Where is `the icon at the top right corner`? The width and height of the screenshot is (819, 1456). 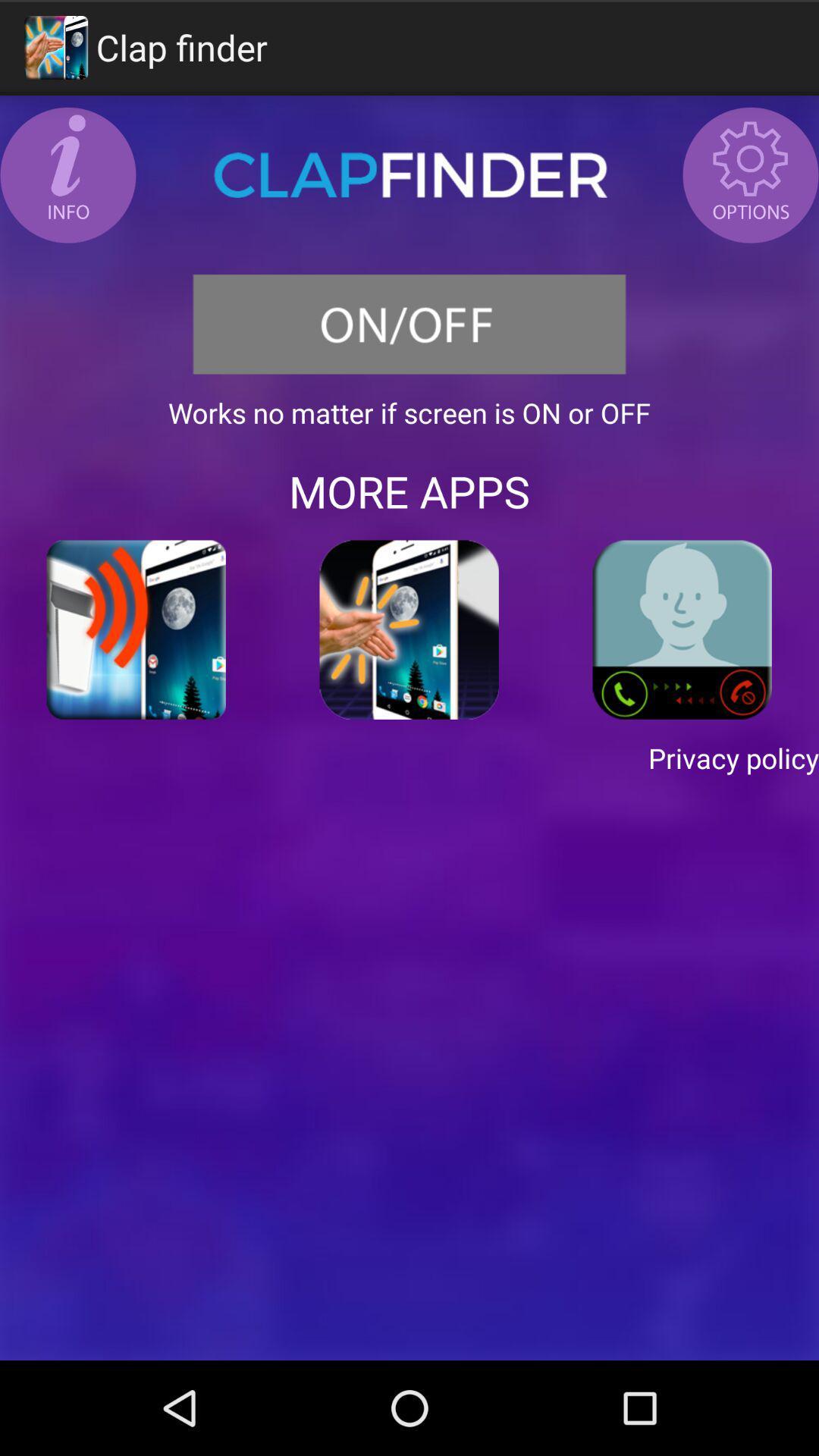
the icon at the top right corner is located at coordinates (751, 174).